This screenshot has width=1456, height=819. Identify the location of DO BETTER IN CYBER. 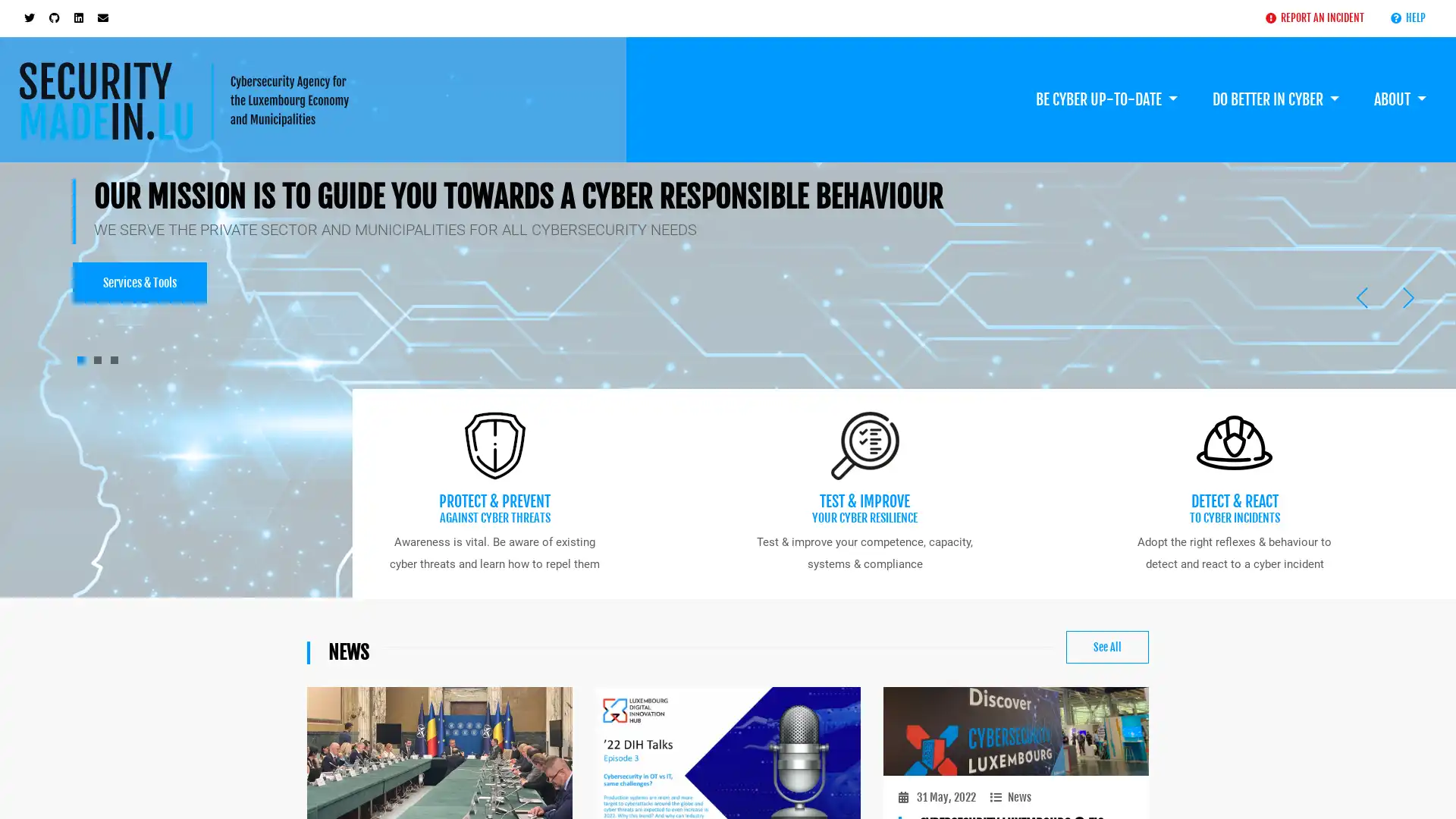
(1274, 82).